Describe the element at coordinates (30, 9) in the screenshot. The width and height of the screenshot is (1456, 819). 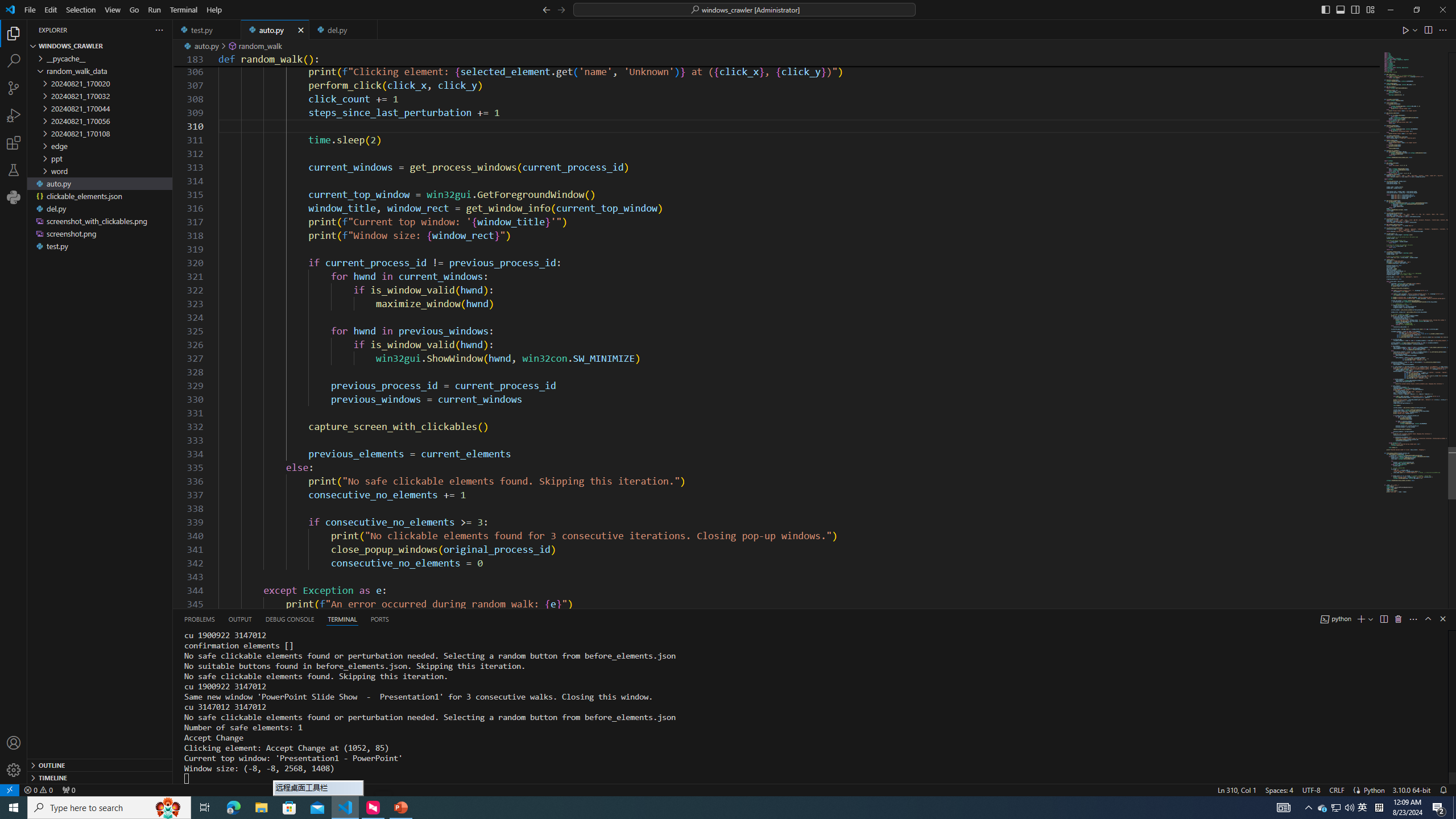
I see `'File'` at that location.